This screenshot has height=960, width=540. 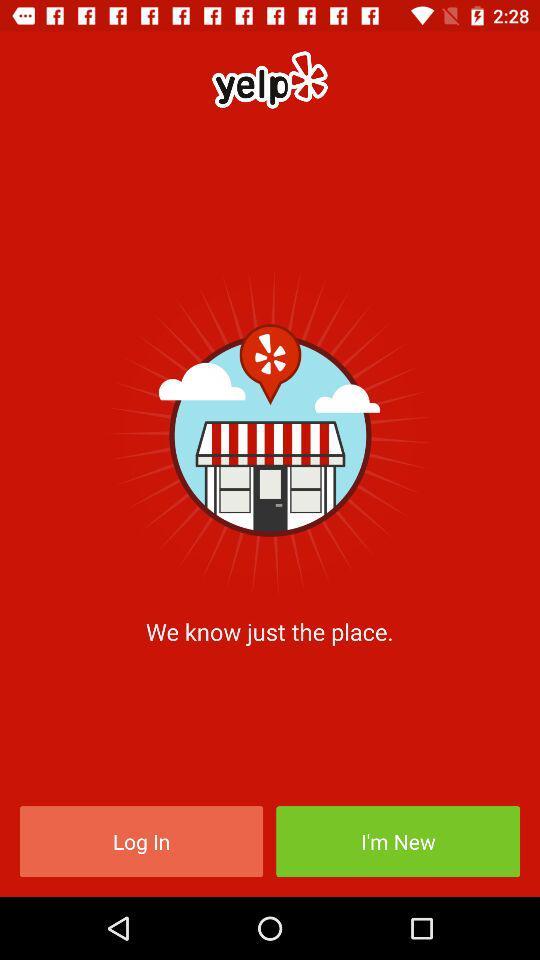 What do you see at coordinates (398, 840) in the screenshot?
I see `icon below we know just` at bounding box center [398, 840].